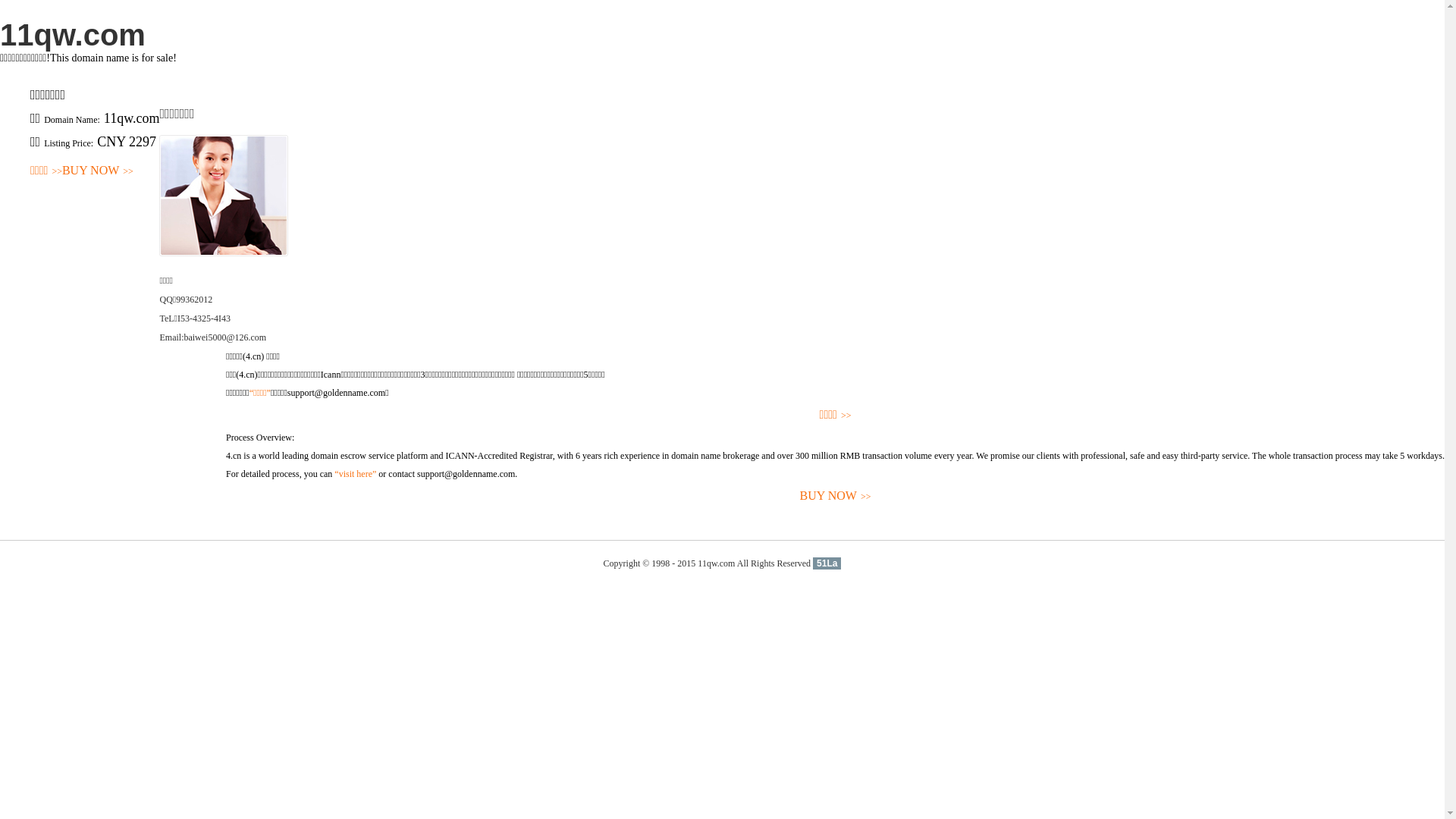  Describe the element at coordinates (834, 496) in the screenshot. I see `'BUY NOW>>'` at that location.